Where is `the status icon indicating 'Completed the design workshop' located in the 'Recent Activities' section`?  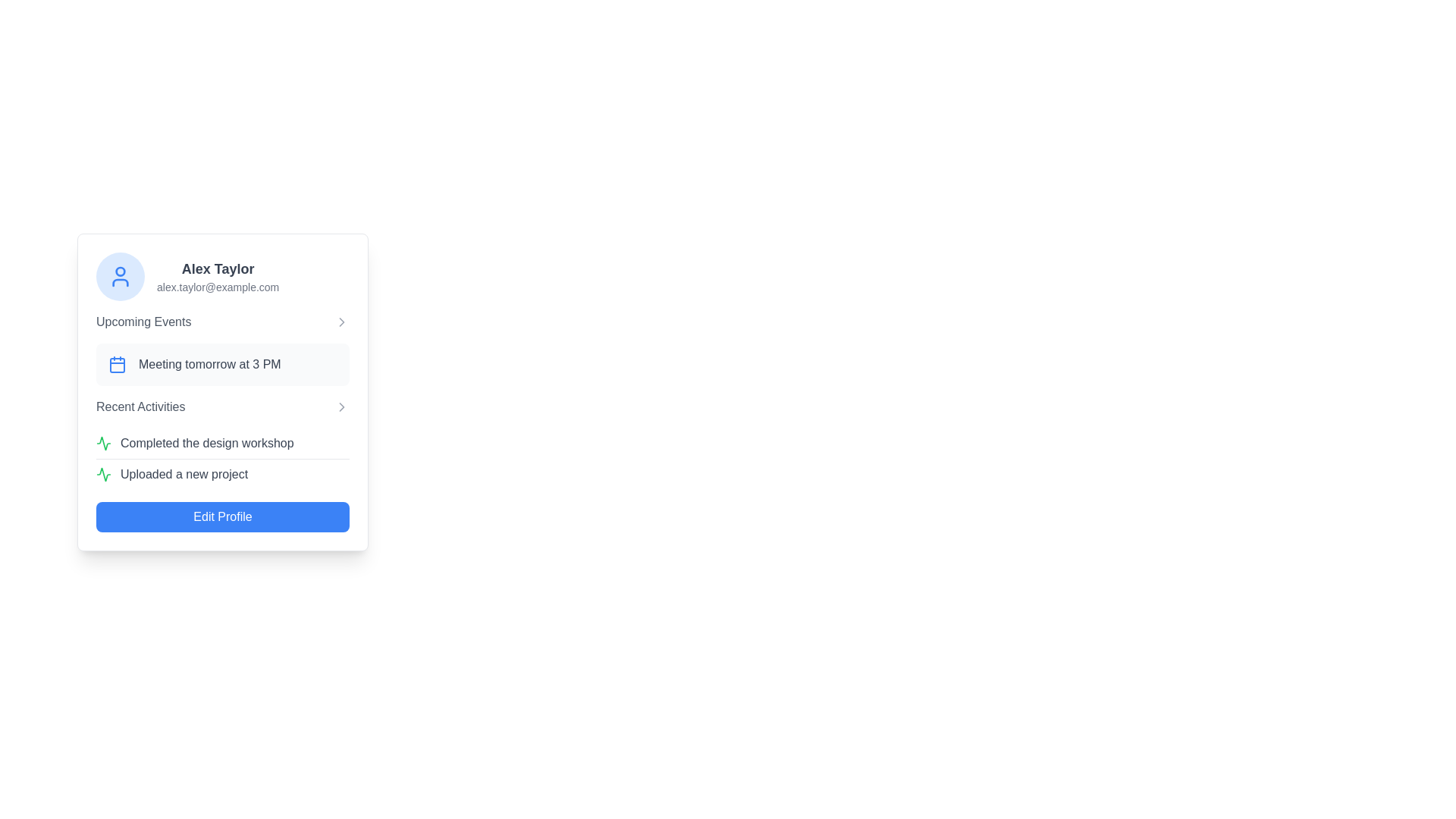 the status icon indicating 'Completed the design workshop' located in the 'Recent Activities' section is located at coordinates (103, 473).